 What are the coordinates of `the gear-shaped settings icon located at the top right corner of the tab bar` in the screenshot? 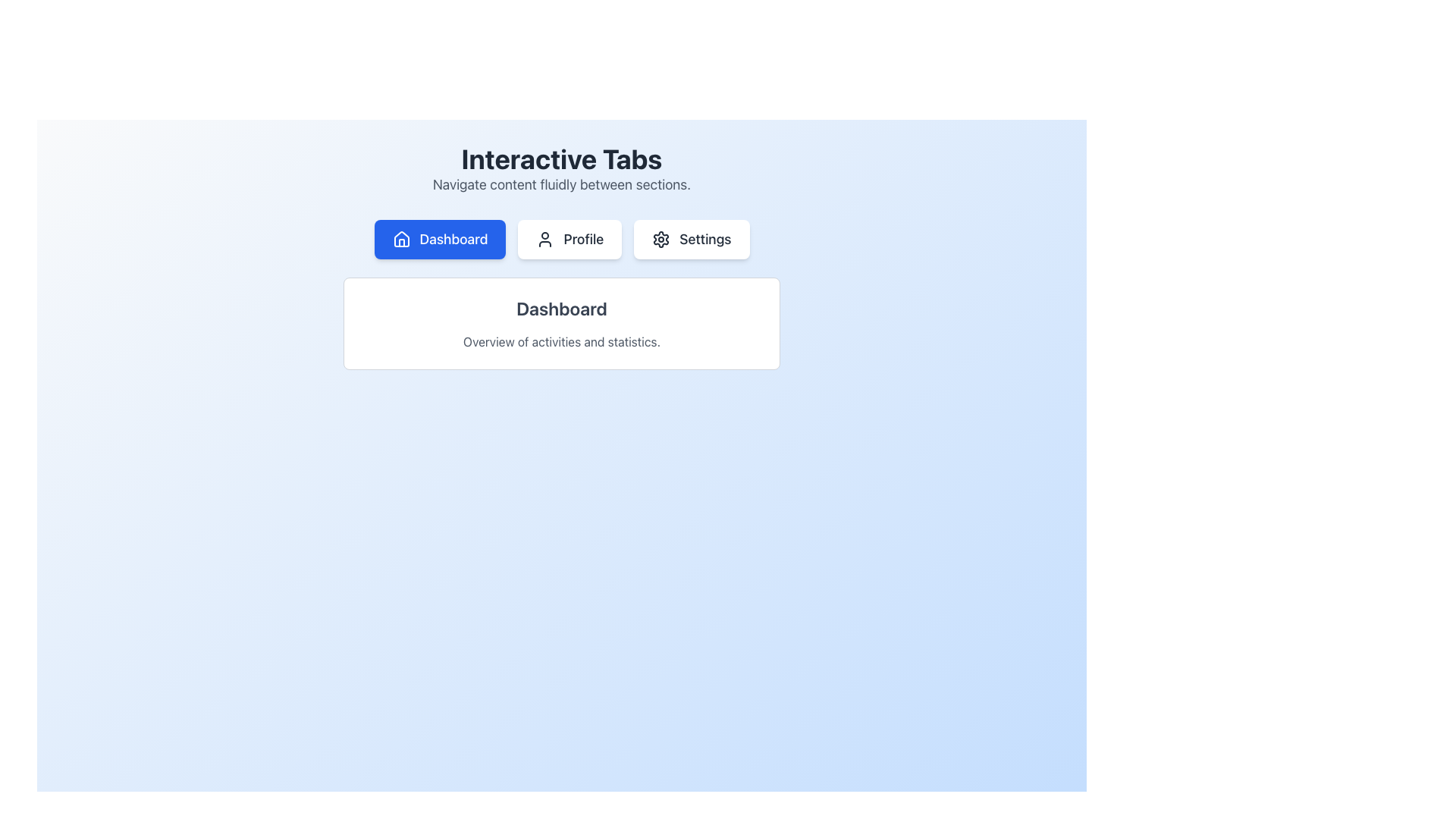 It's located at (661, 239).